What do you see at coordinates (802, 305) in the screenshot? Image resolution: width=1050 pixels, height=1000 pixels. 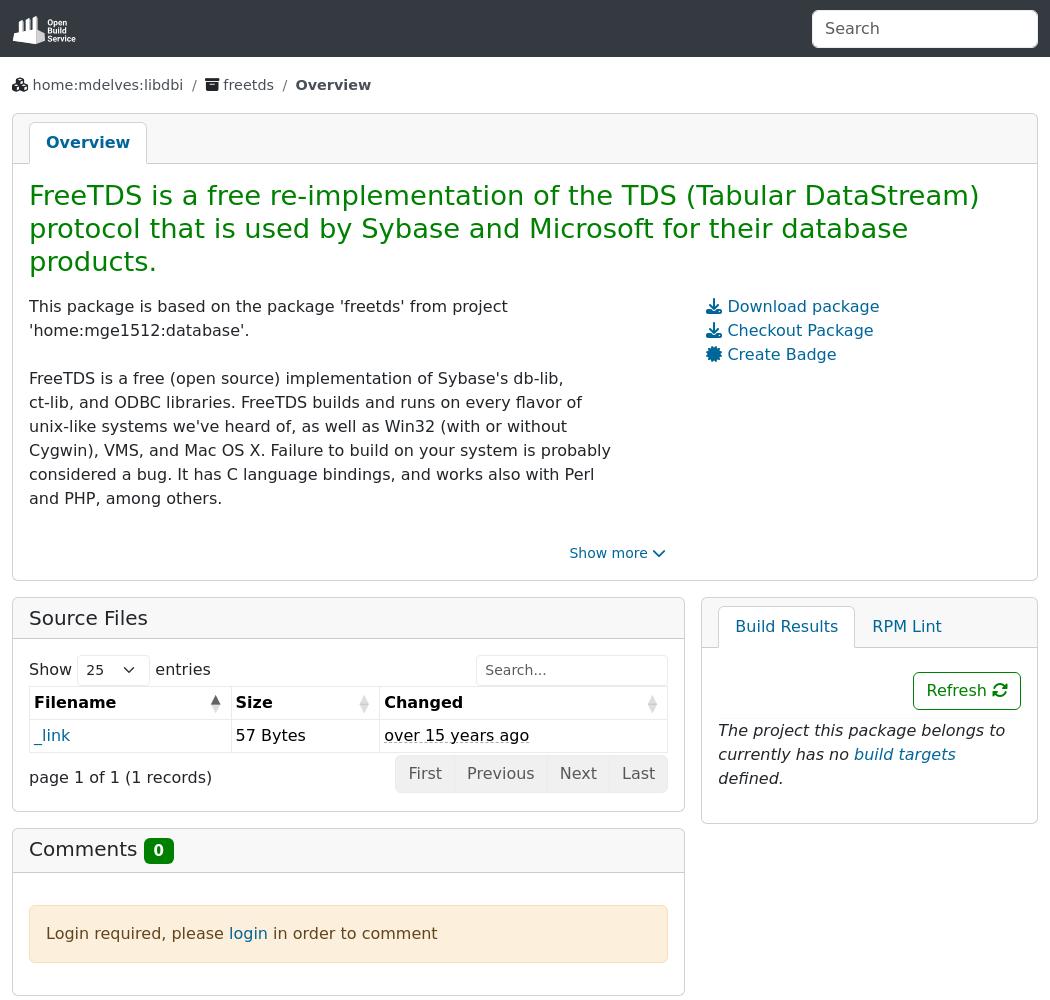 I see `'Download package'` at bounding box center [802, 305].